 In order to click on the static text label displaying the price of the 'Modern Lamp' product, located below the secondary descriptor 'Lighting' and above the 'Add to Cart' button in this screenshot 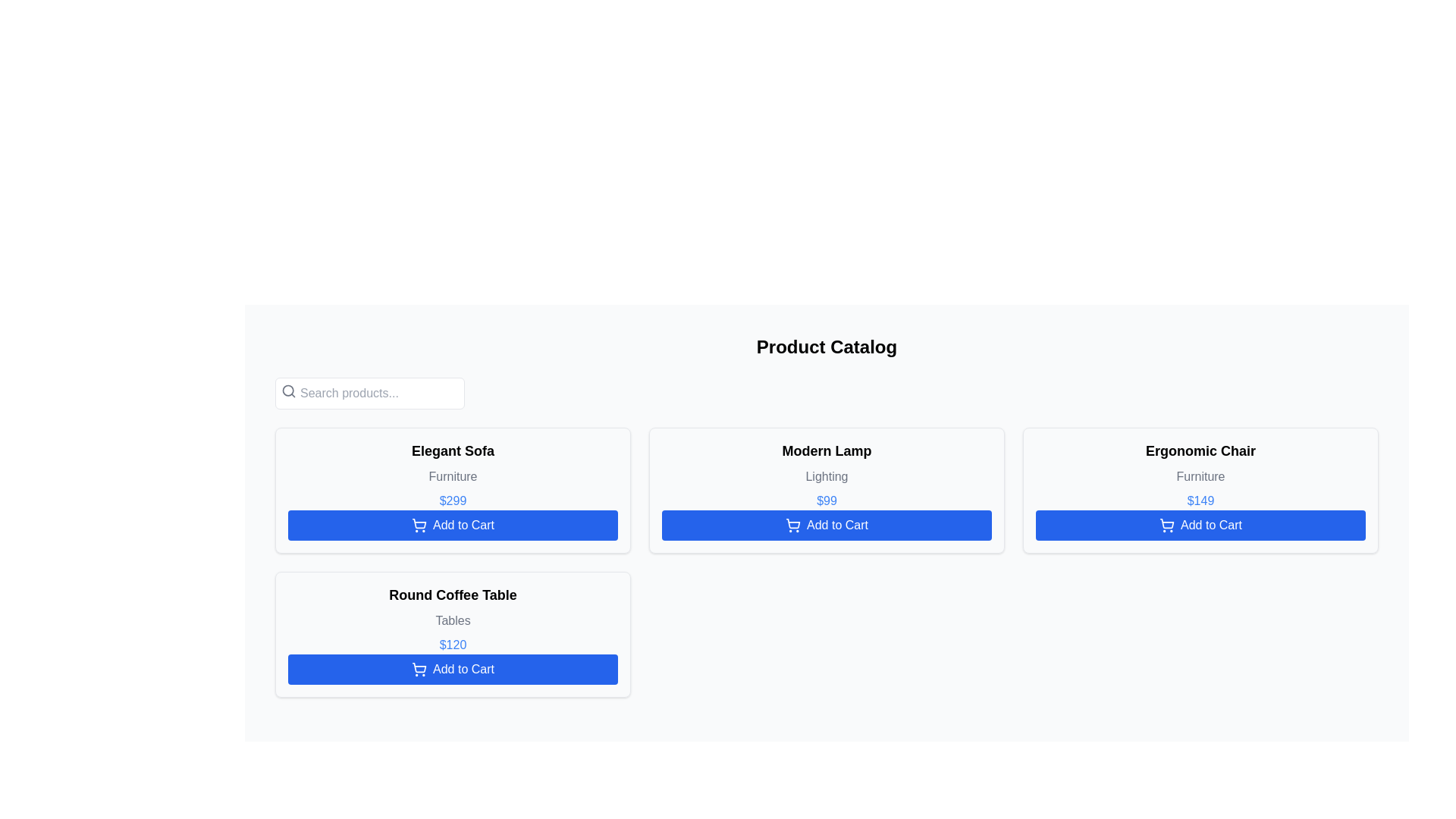, I will do `click(826, 500)`.